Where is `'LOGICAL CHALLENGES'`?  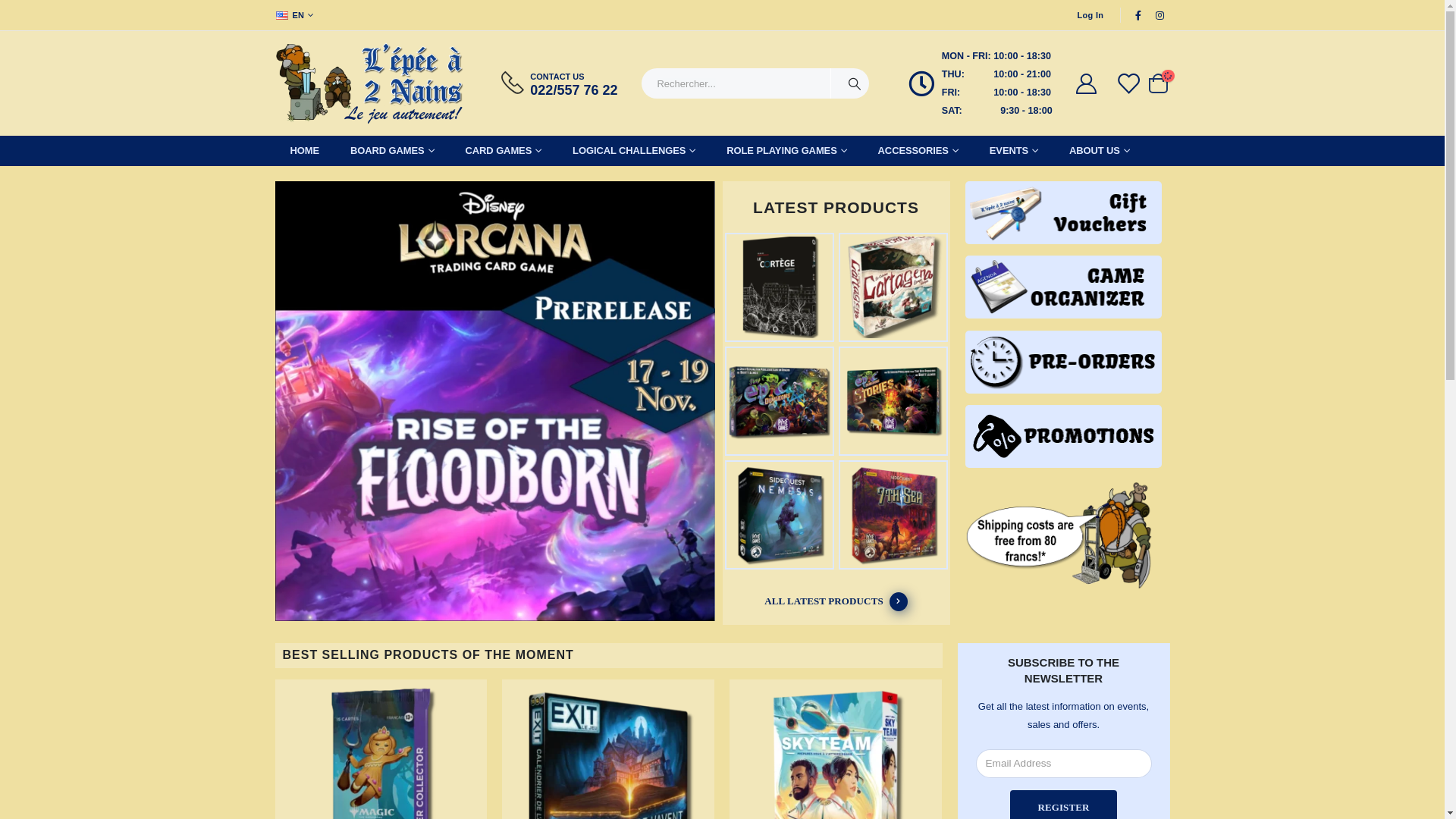
'LOGICAL CHALLENGES' is located at coordinates (633, 151).